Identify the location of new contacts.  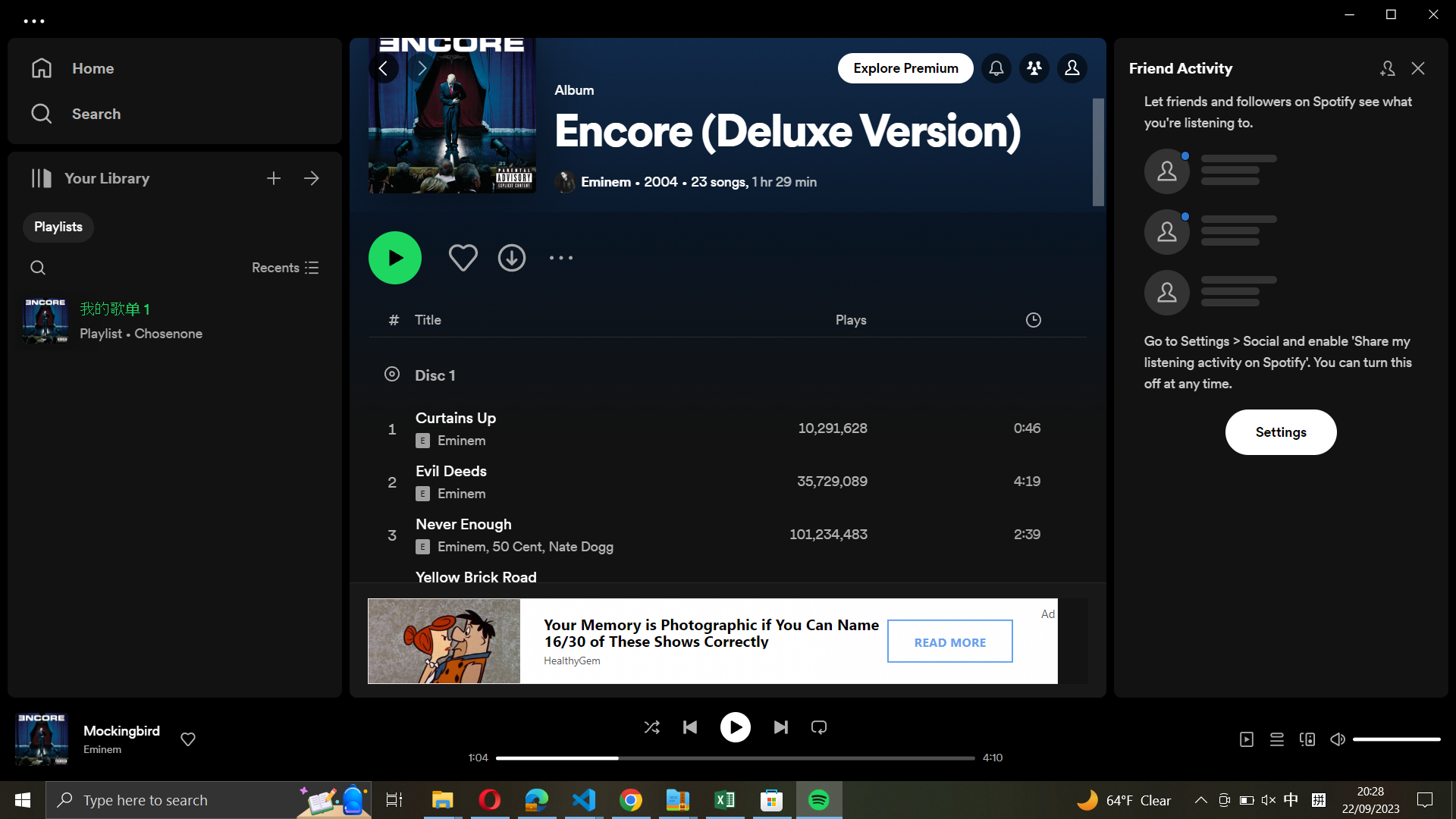
(1386, 66).